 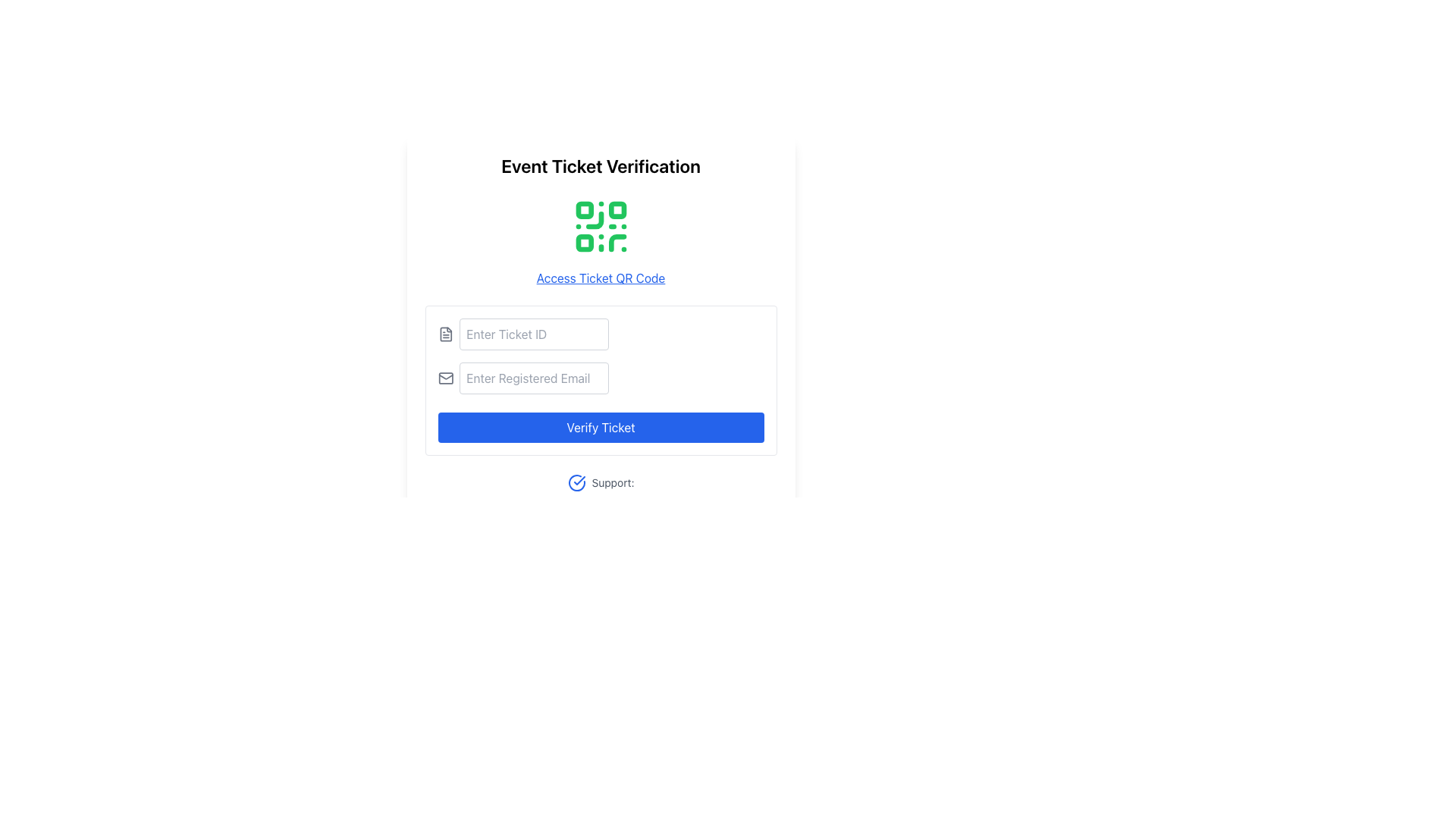 I want to click on the blue 'Verify Ticket' button located at the bottom of the form, which has white text and is the third interactive element under the input fields, so click(x=600, y=427).